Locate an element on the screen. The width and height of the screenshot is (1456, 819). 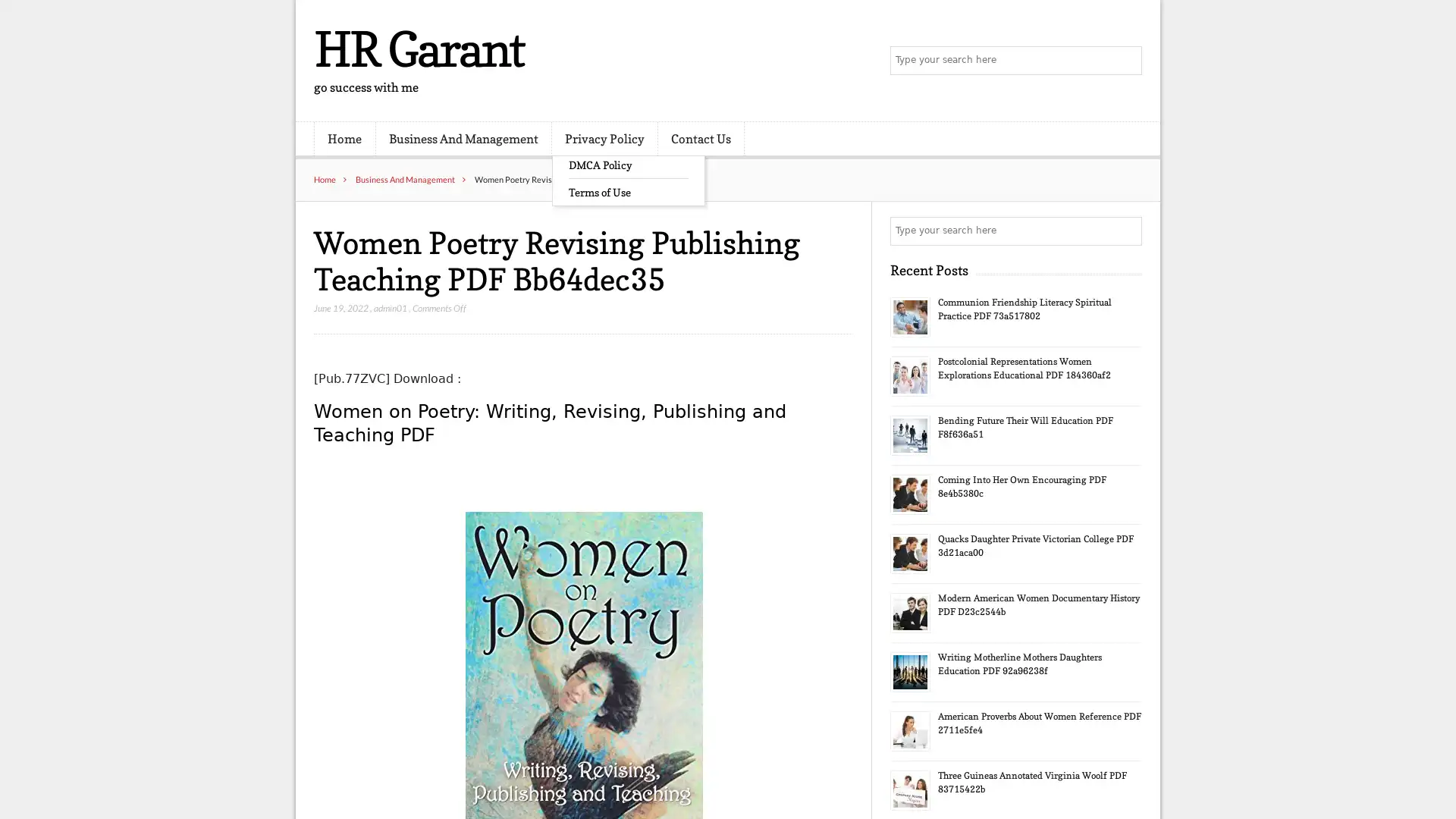
Search is located at coordinates (1126, 61).